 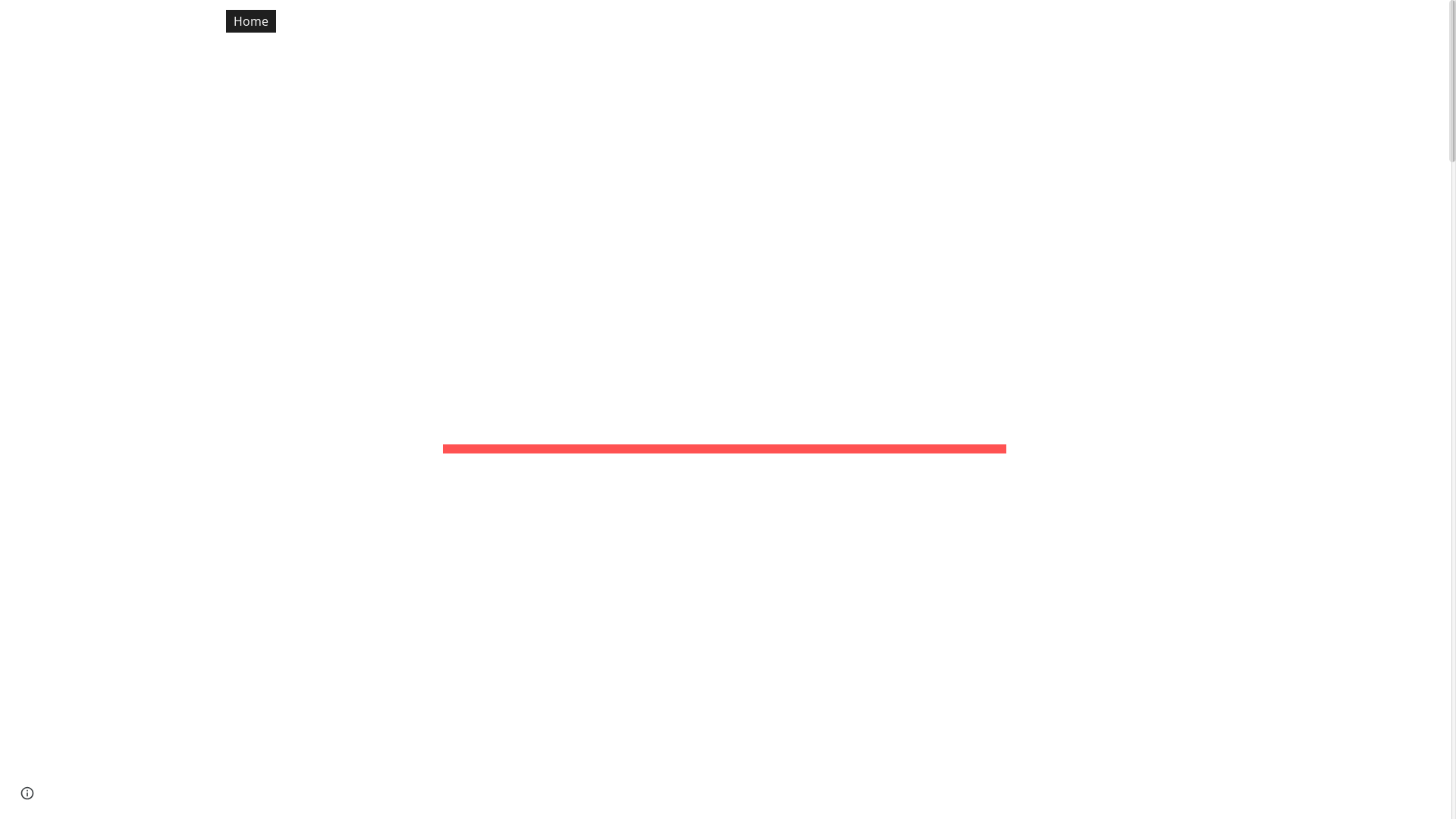 What do you see at coordinates (1041, 20) in the screenshot?
I see `'Be a change maker'` at bounding box center [1041, 20].